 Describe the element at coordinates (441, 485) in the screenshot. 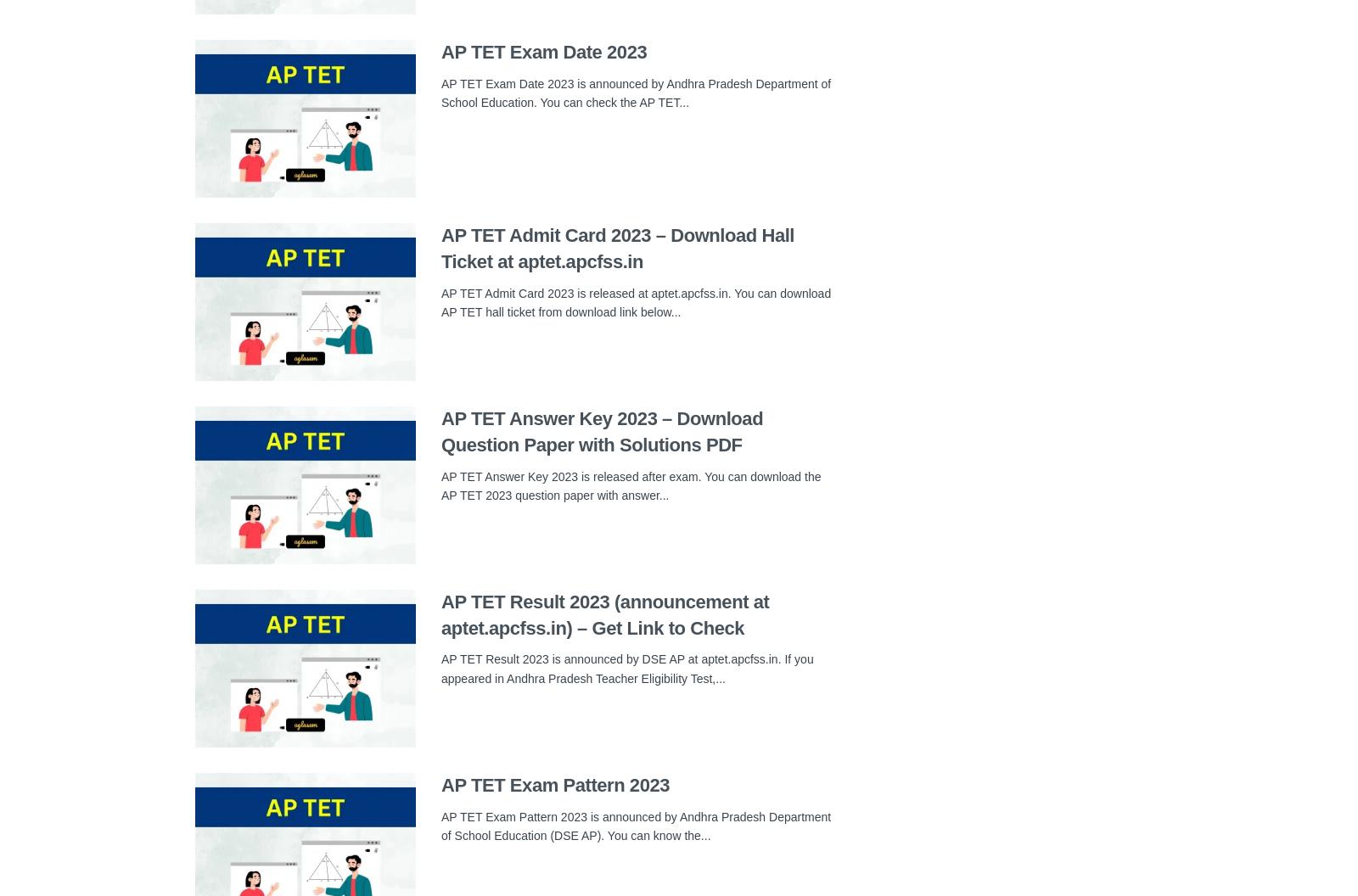

I see `'AP TET Answer Key 2023 is released after exam. You can download the AP TET 2023 question paper with answer...'` at that location.